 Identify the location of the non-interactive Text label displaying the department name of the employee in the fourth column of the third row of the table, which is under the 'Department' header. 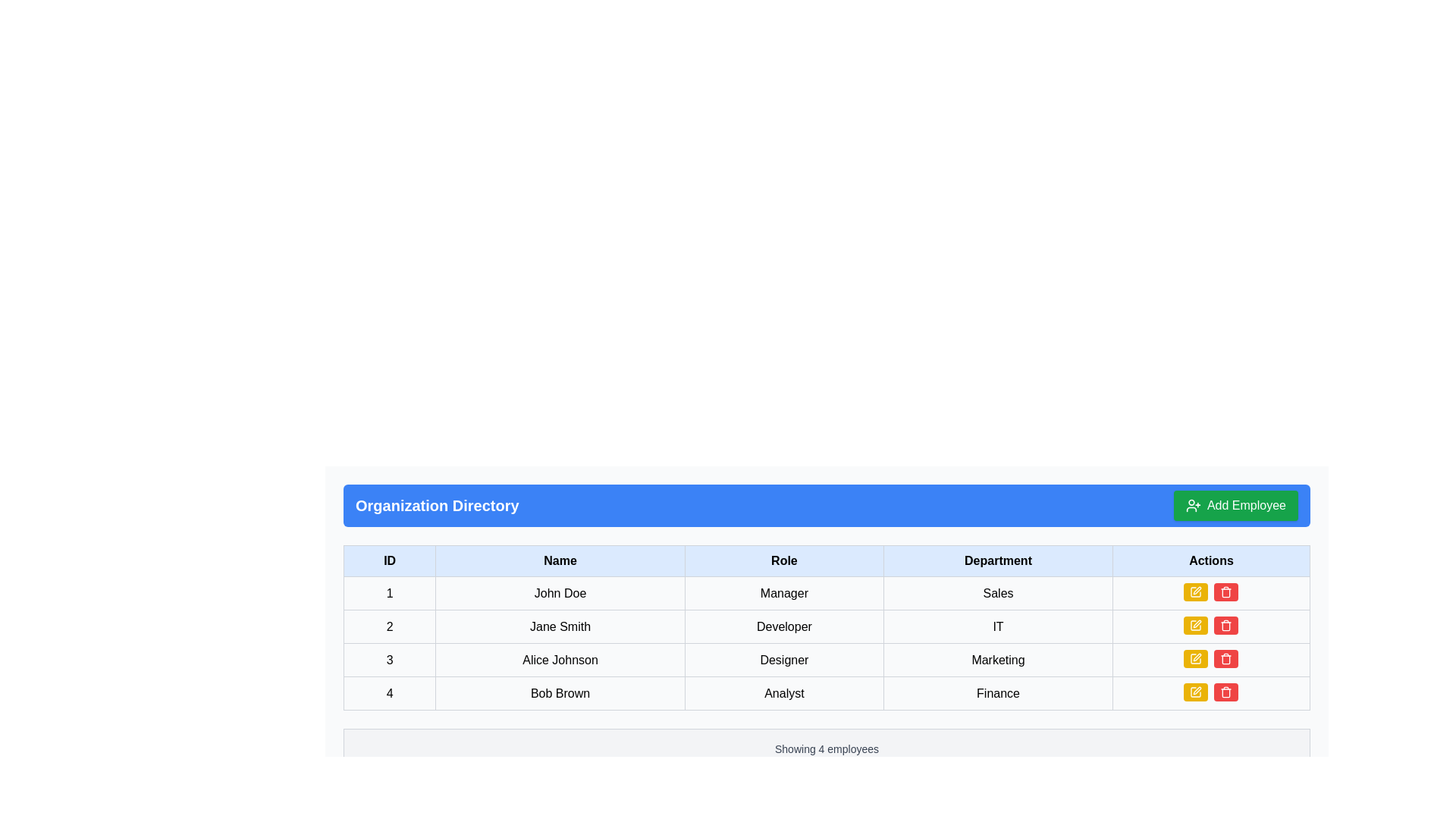
(998, 659).